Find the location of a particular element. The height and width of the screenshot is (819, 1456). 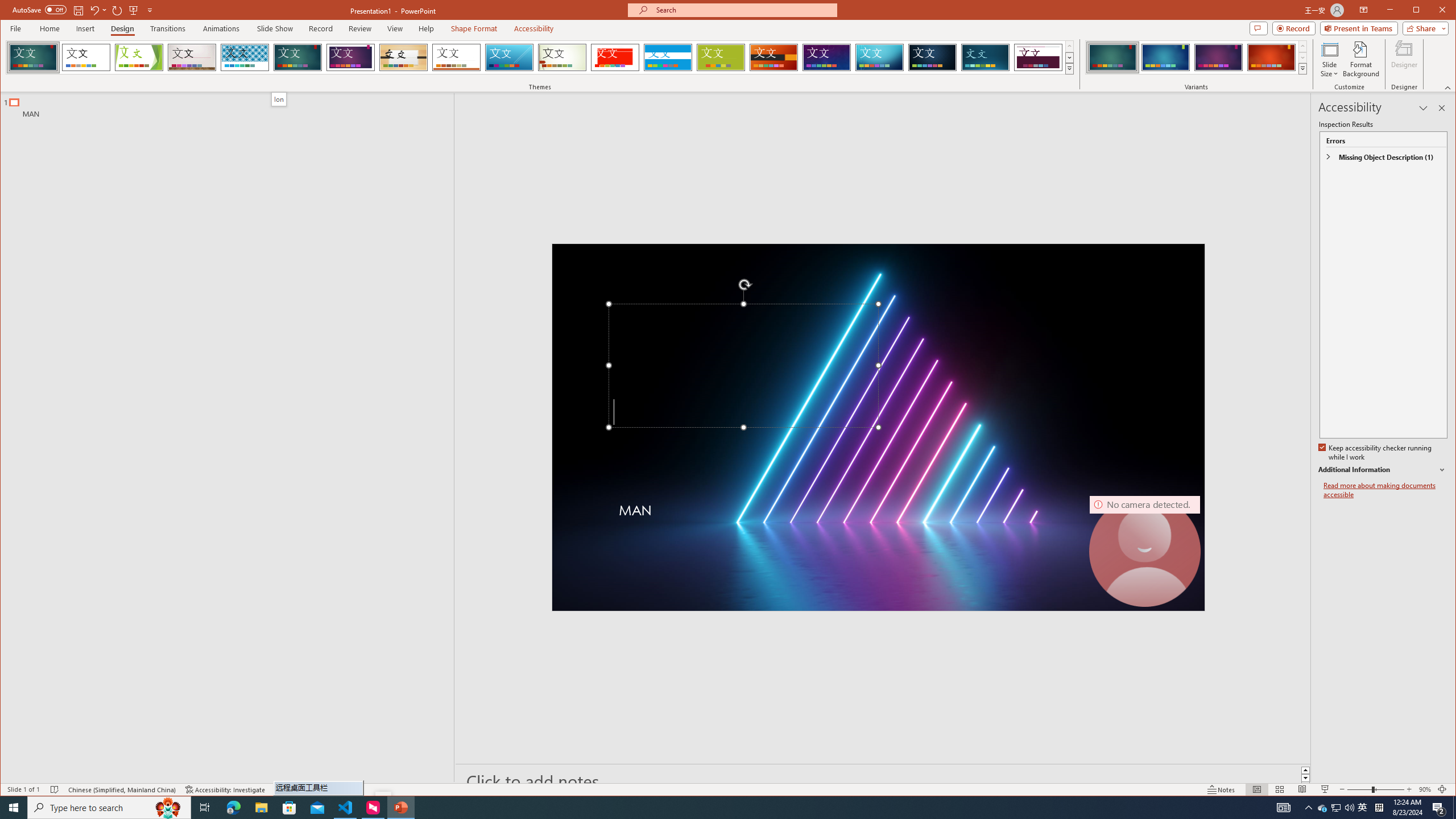

'Task View' is located at coordinates (204, 806).